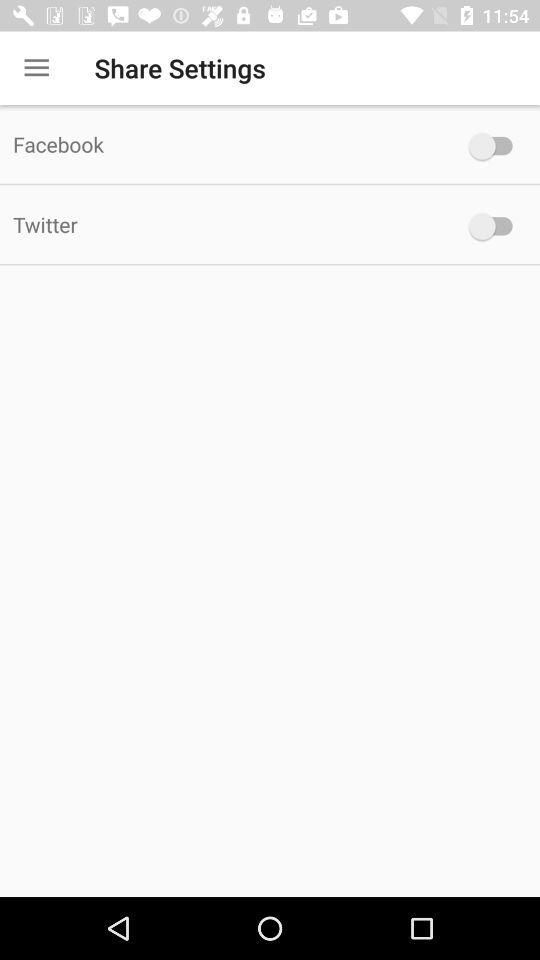  What do you see at coordinates (494, 145) in the screenshot?
I see `facebook` at bounding box center [494, 145].